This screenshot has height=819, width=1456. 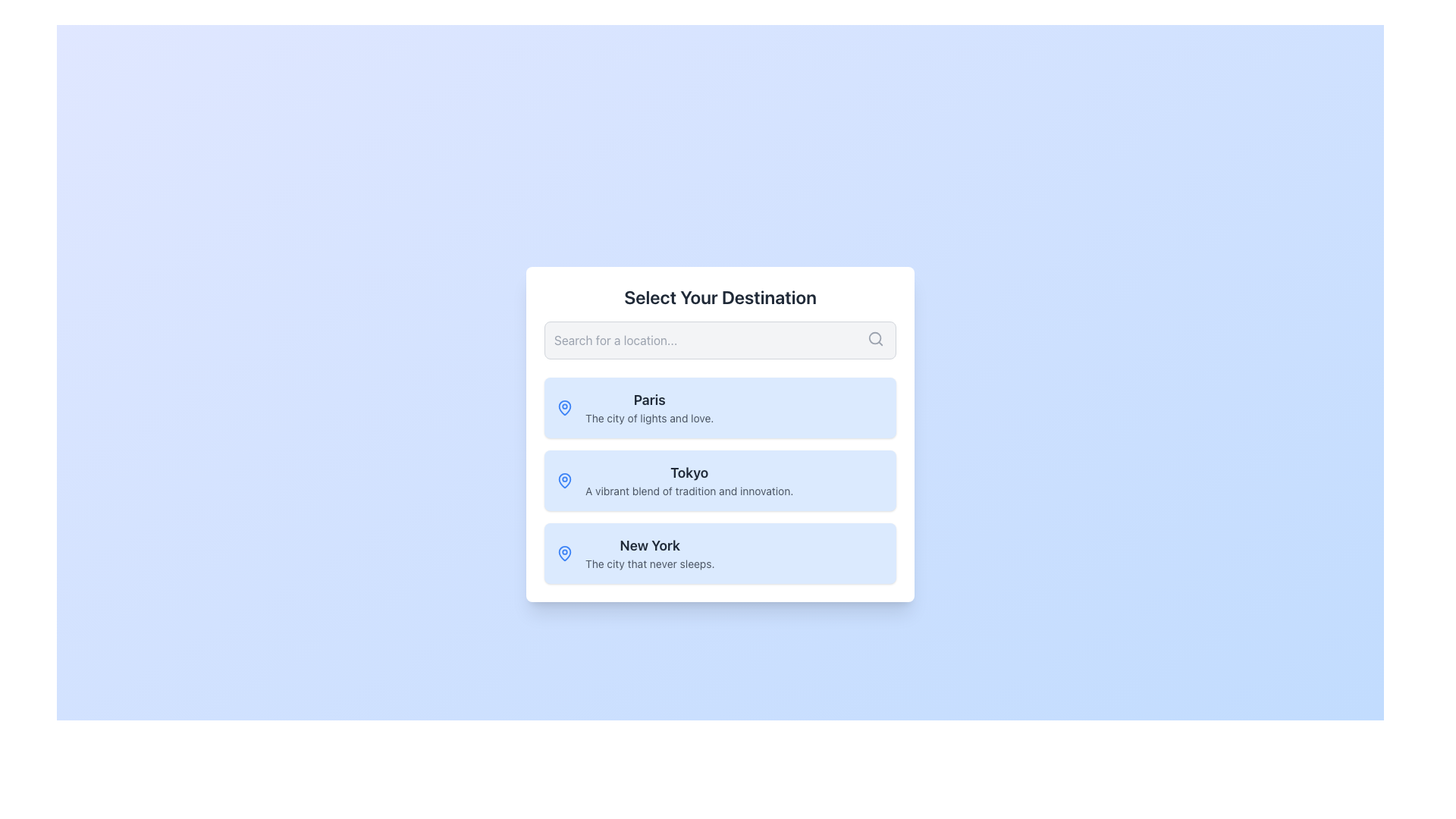 I want to click on the text block displaying 'New York', so click(x=650, y=553).